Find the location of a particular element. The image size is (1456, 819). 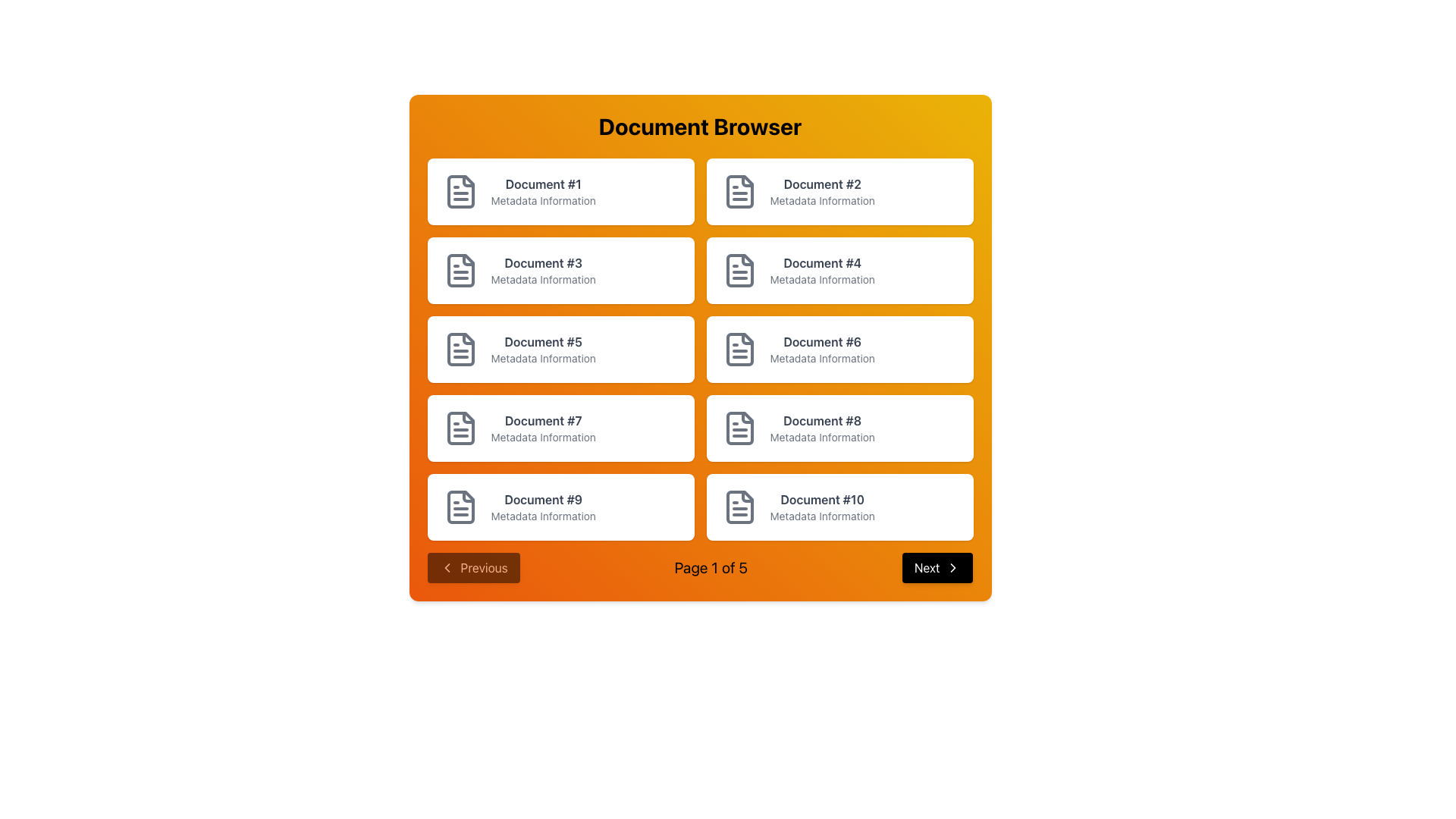

the text of the 'Document #1' and 'Metadata Information' in the top-left Text Display Section of the grid layout is located at coordinates (543, 191).